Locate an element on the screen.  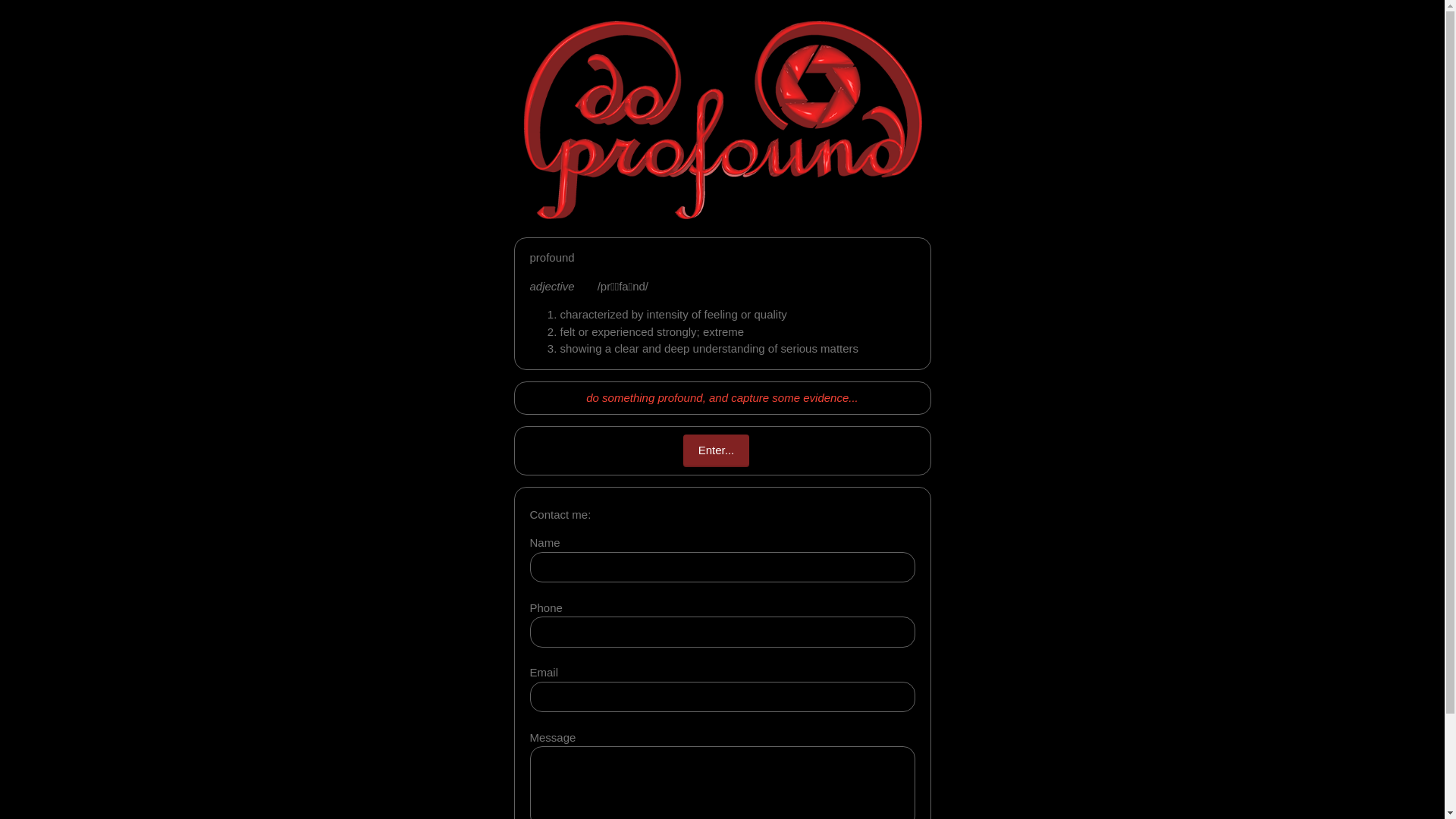
'Enter...' is located at coordinates (716, 450).